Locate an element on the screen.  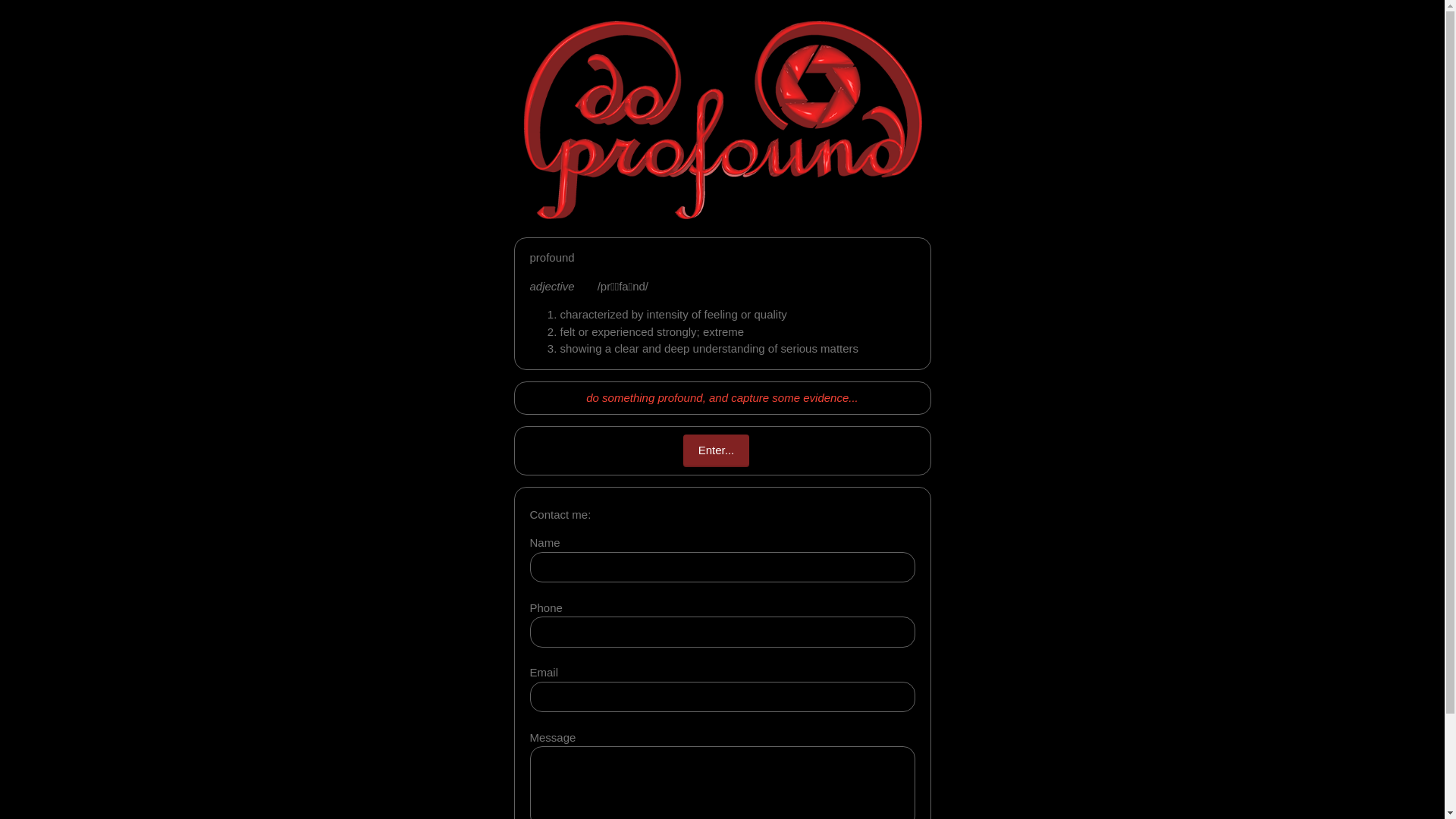
'Enter...' is located at coordinates (716, 450).